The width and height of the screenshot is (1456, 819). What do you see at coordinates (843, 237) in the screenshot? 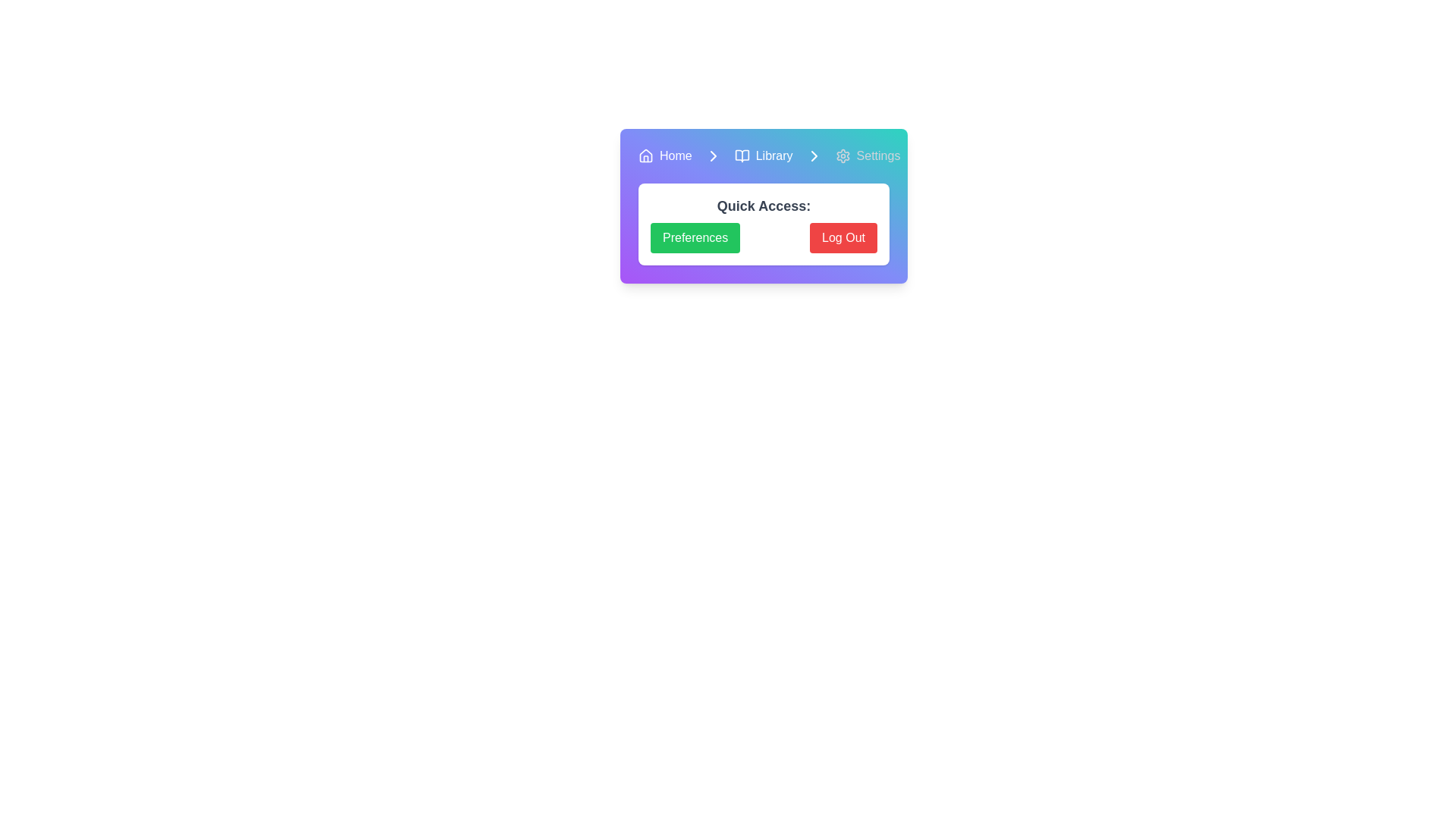
I see `the 'Log Out' button, which has white text on a red background and is positioned to the right of the 'Preferences' button` at bounding box center [843, 237].